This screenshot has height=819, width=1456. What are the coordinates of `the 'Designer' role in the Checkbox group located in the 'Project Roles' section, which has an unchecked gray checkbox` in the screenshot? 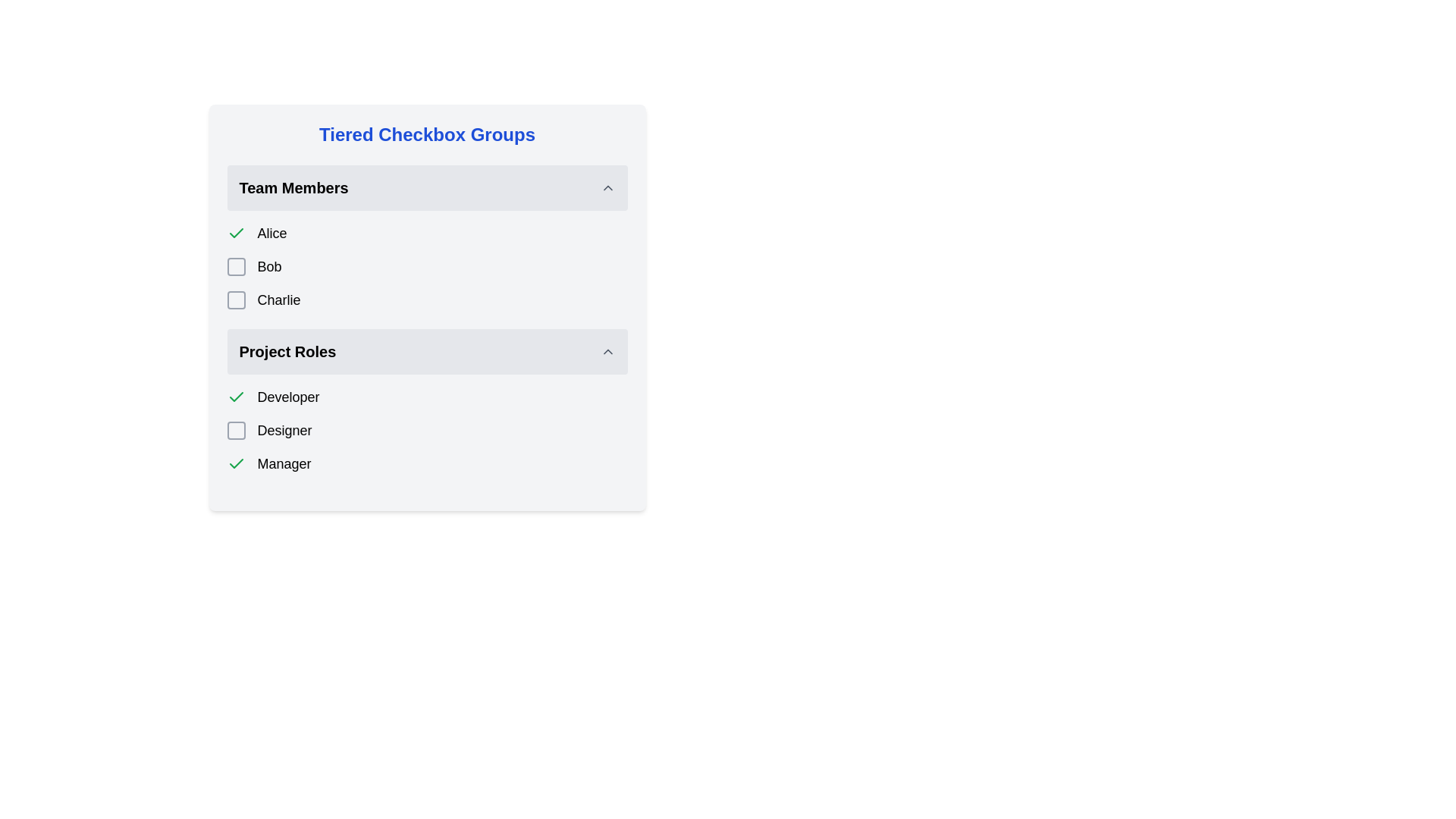 It's located at (426, 430).